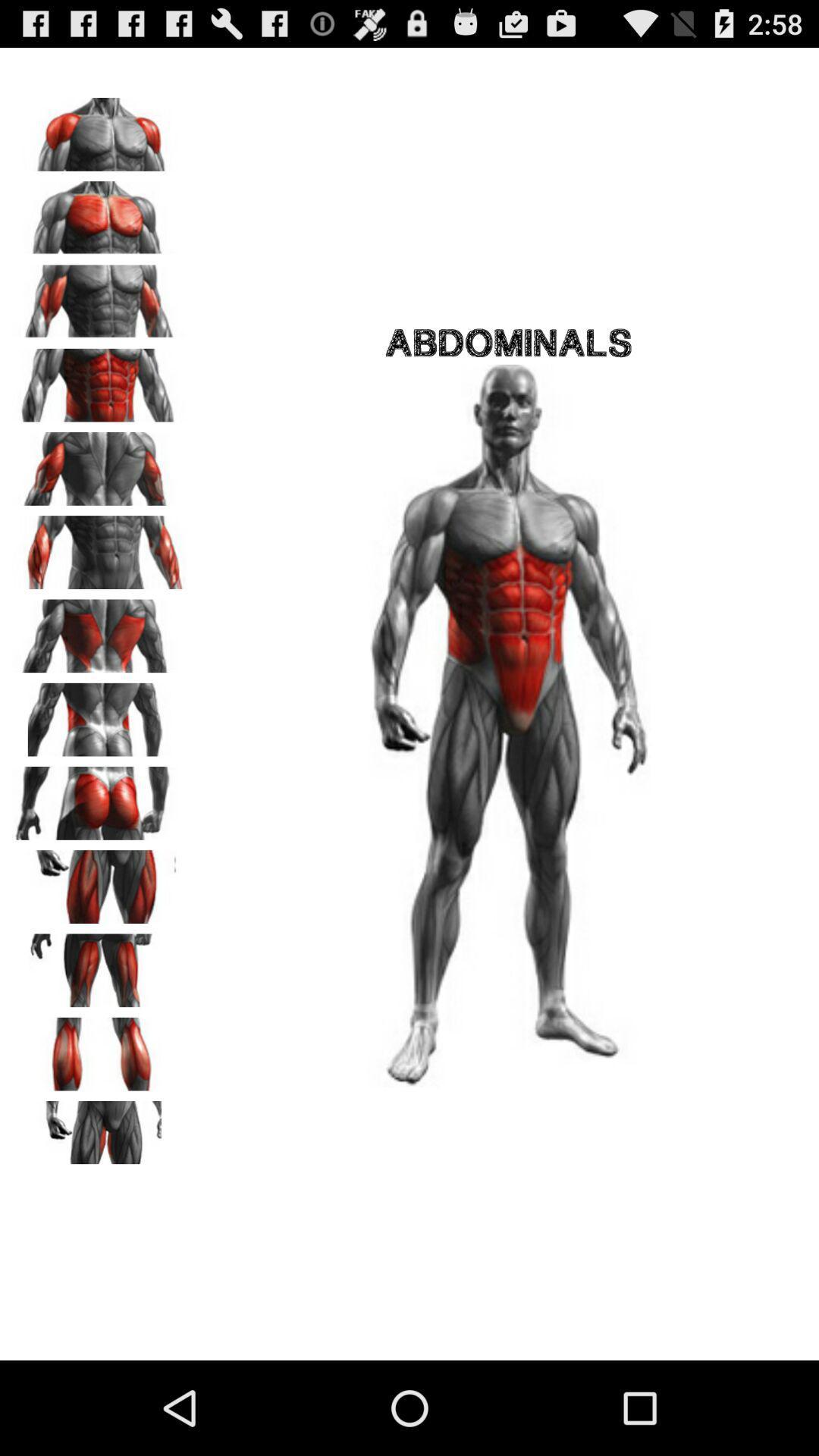 The width and height of the screenshot is (819, 1456). What do you see at coordinates (99, 965) in the screenshot?
I see `leg muscle group` at bounding box center [99, 965].